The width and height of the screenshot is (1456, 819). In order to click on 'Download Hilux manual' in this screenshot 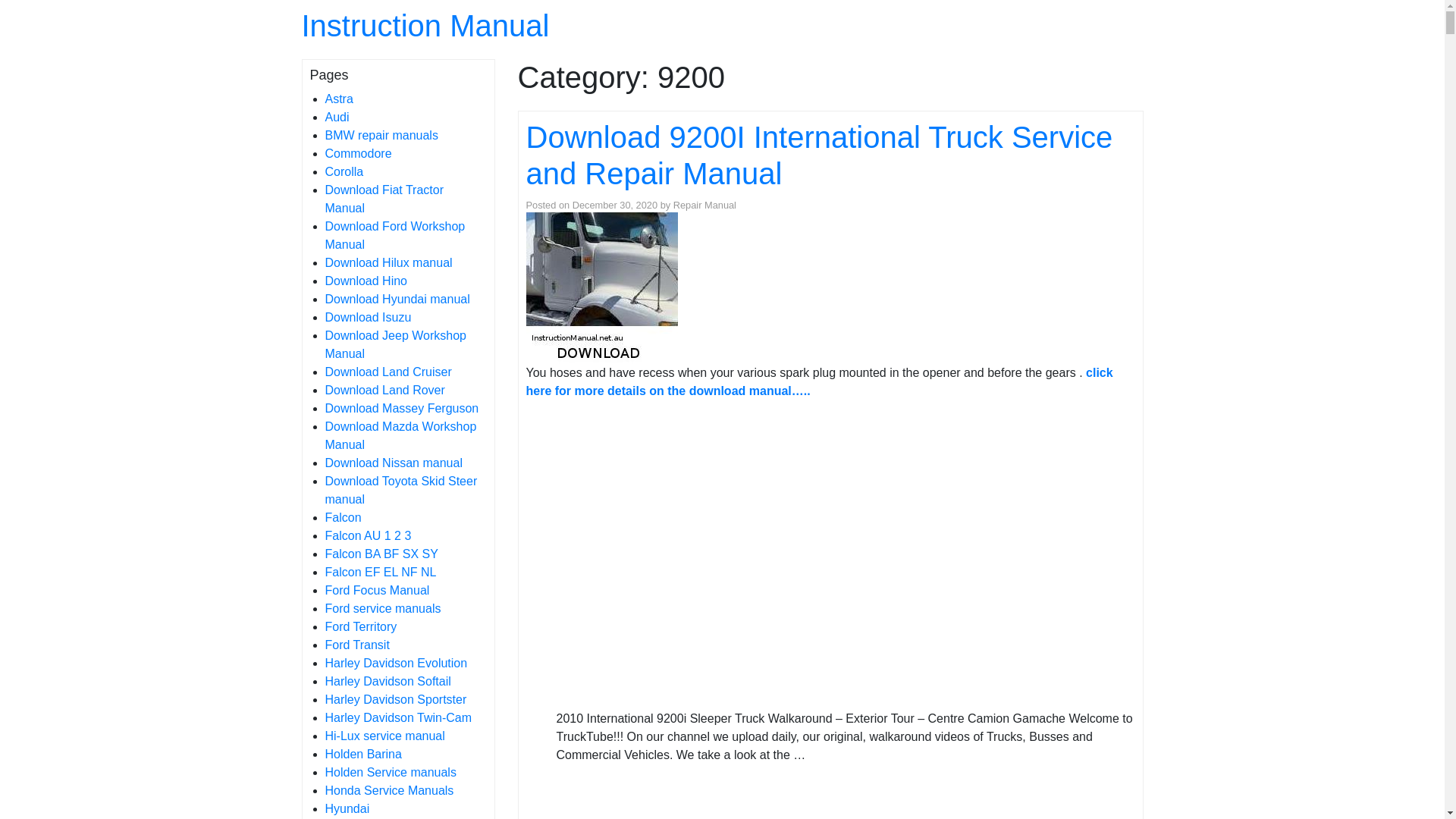, I will do `click(323, 262)`.